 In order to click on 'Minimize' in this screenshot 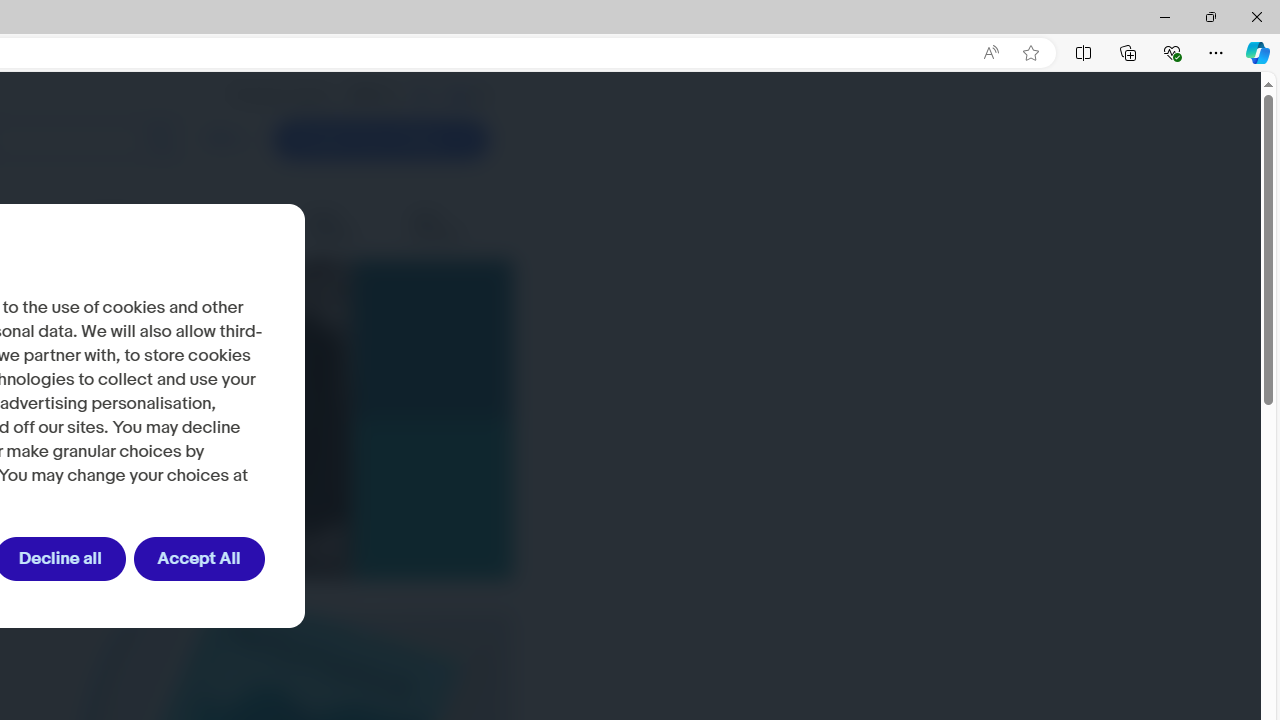, I will do `click(1164, 16)`.